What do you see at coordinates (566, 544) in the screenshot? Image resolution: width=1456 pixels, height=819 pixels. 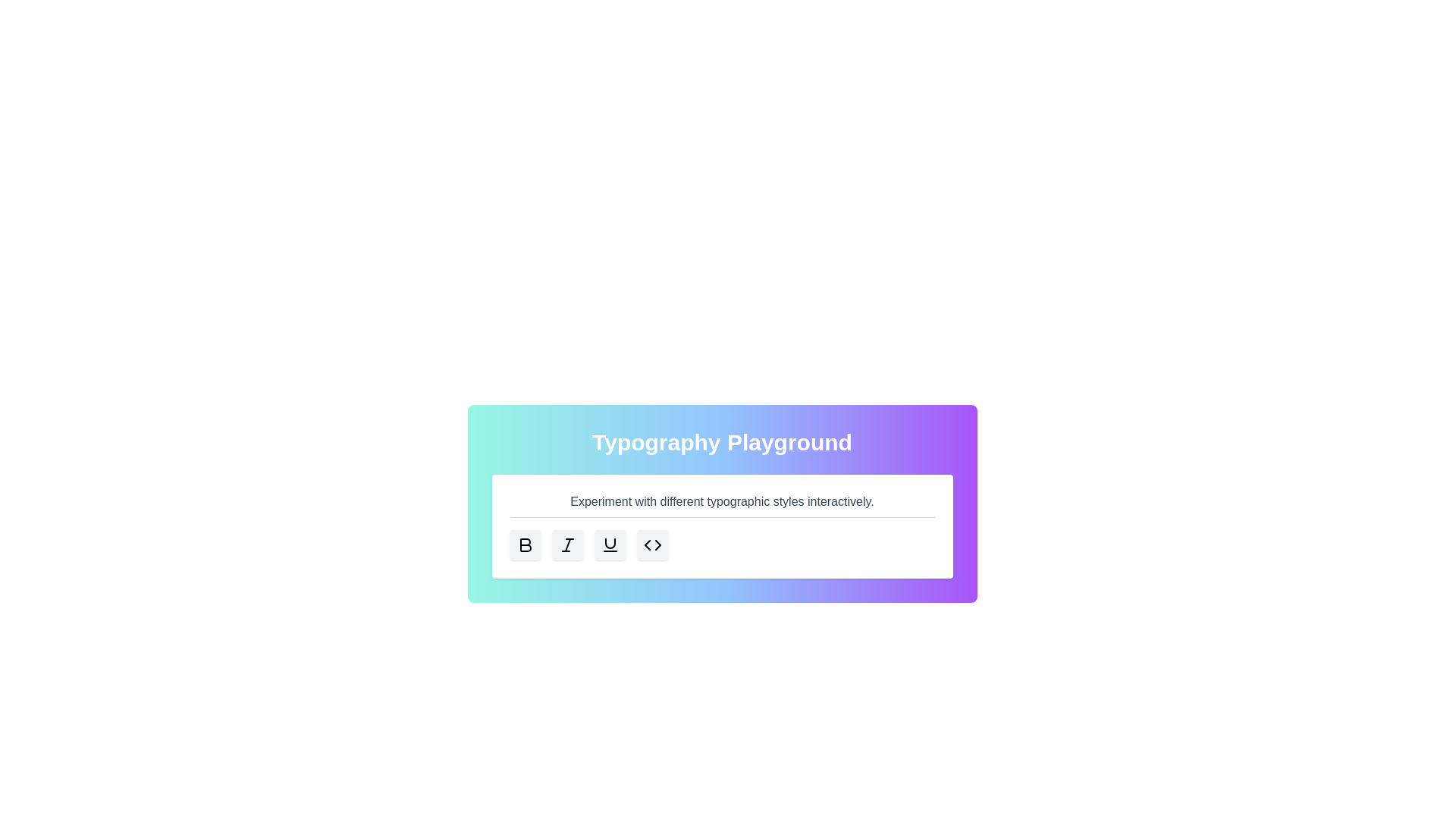 I see `the middle diagonal line of the italicized 'I' icon` at bounding box center [566, 544].